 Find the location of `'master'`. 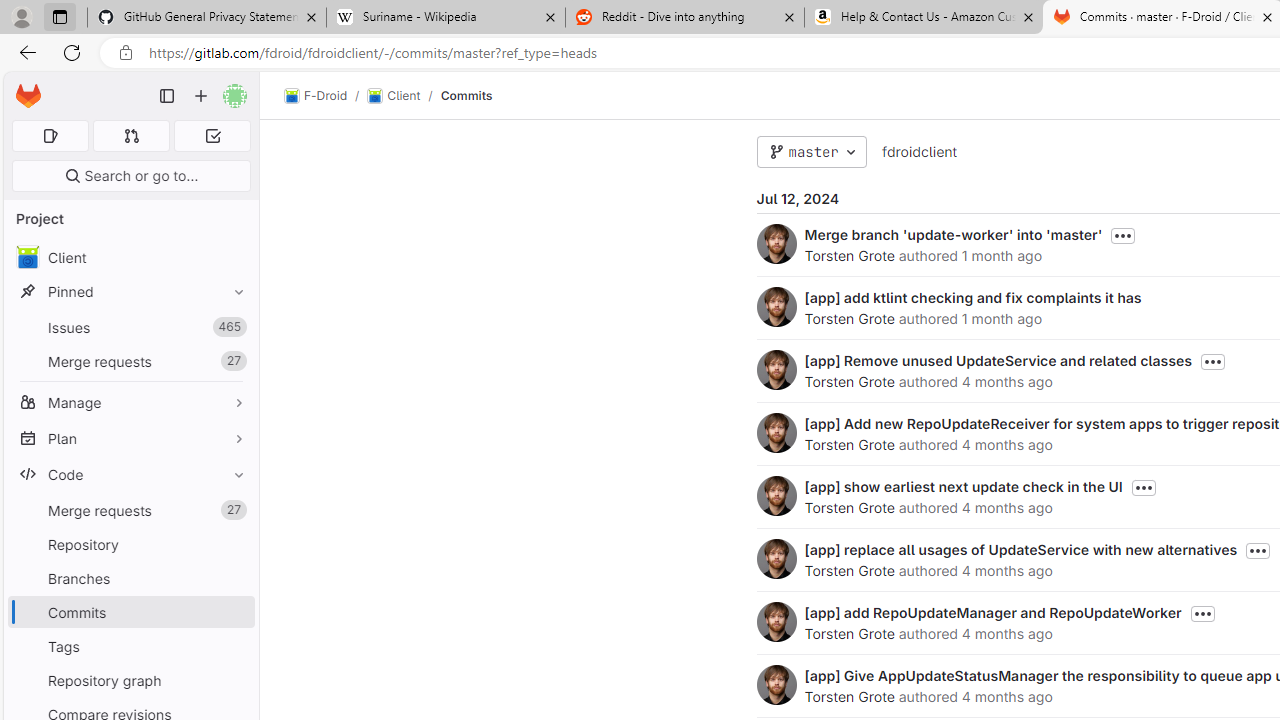

'master' is located at coordinates (811, 150).